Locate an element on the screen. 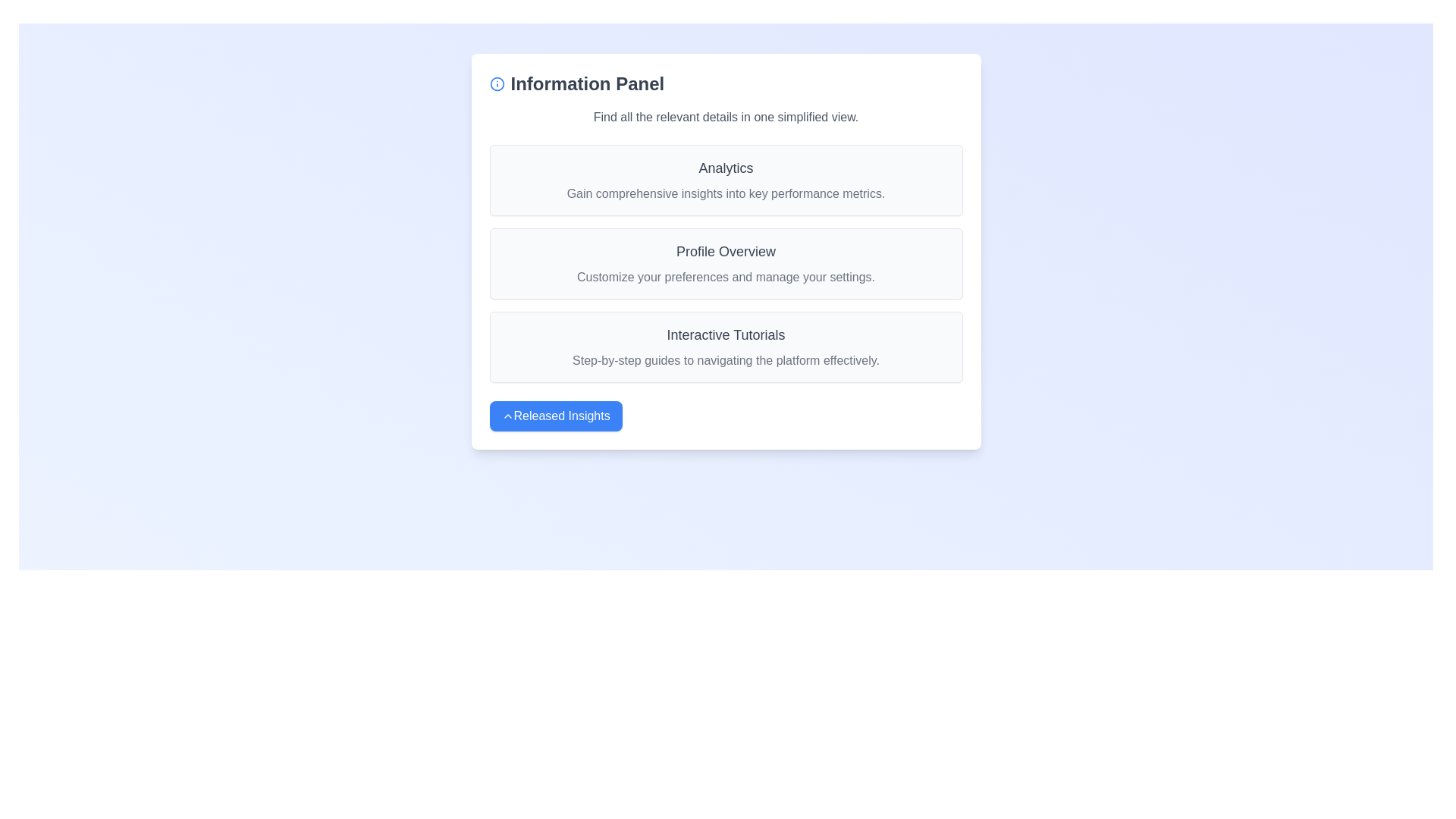 The width and height of the screenshot is (1456, 819). the first informational card in the 'Information Panel' that describes the 'Analytics' feature is located at coordinates (725, 180).